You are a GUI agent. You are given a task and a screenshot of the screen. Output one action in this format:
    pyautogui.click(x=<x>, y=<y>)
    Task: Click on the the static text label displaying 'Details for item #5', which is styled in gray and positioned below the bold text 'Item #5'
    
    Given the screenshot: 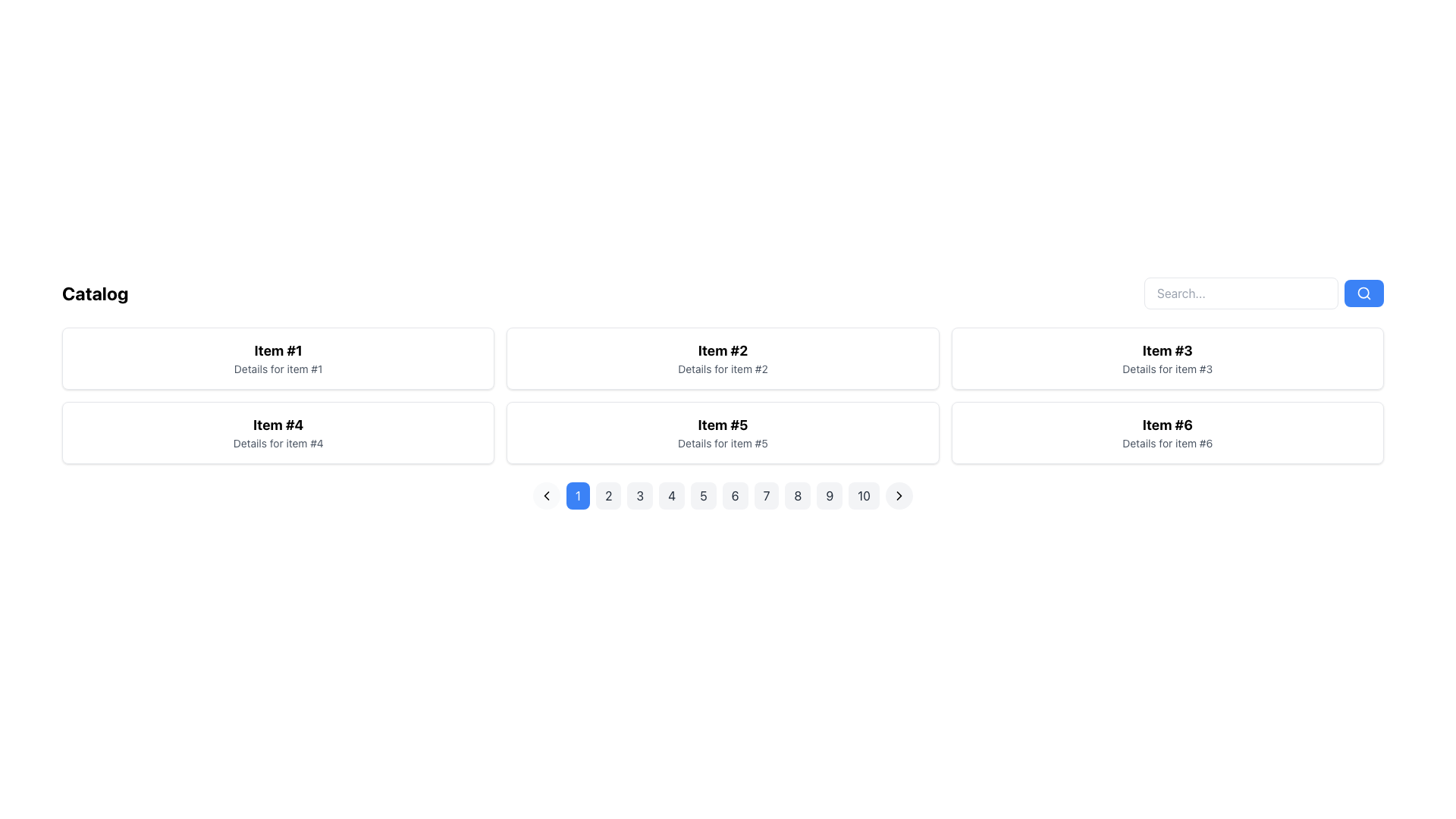 What is the action you would take?
    pyautogui.click(x=722, y=444)
    